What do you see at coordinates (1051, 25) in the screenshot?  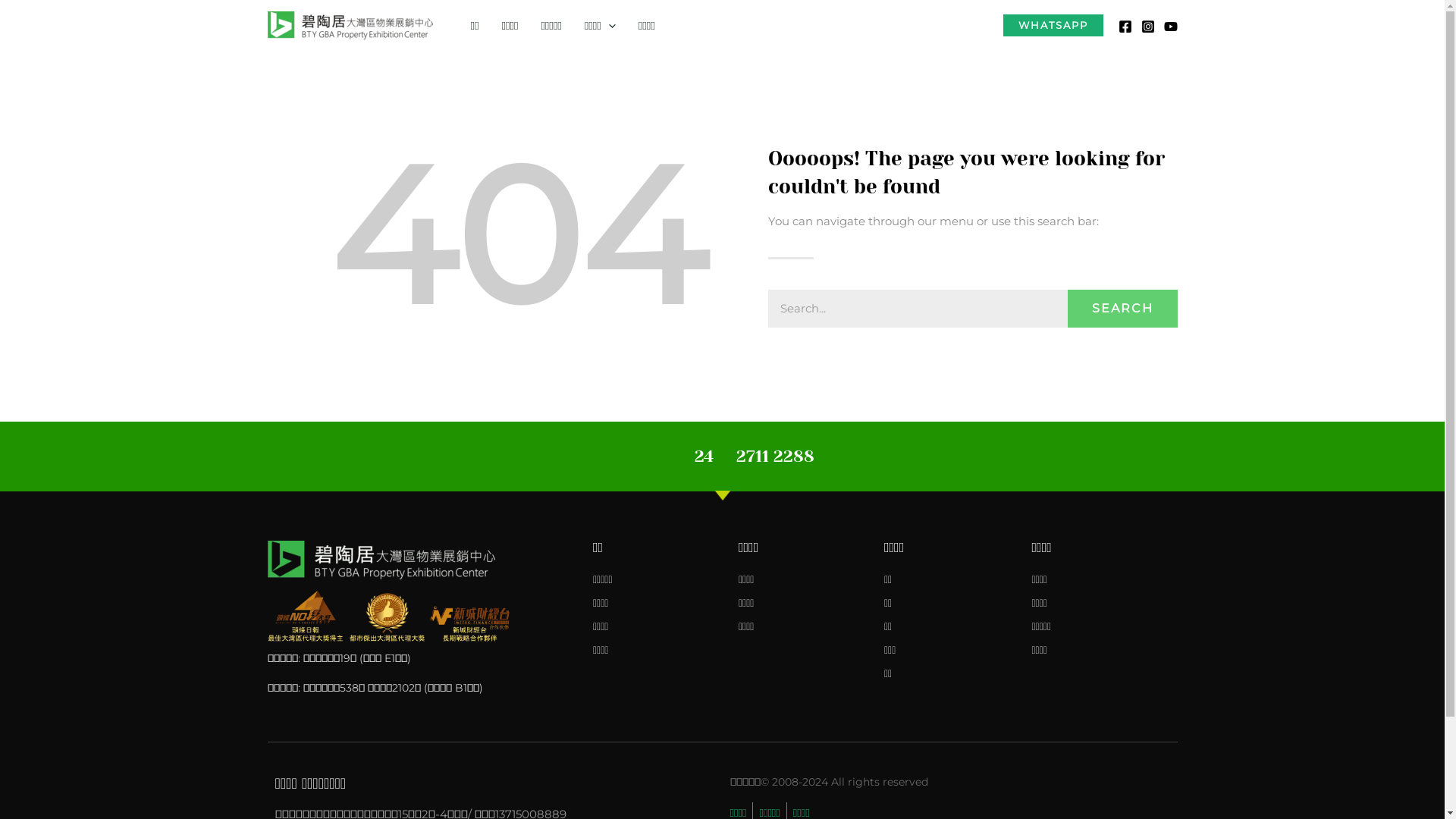 I see `'WHATSAPP'` at bounding box center [1051, 25].